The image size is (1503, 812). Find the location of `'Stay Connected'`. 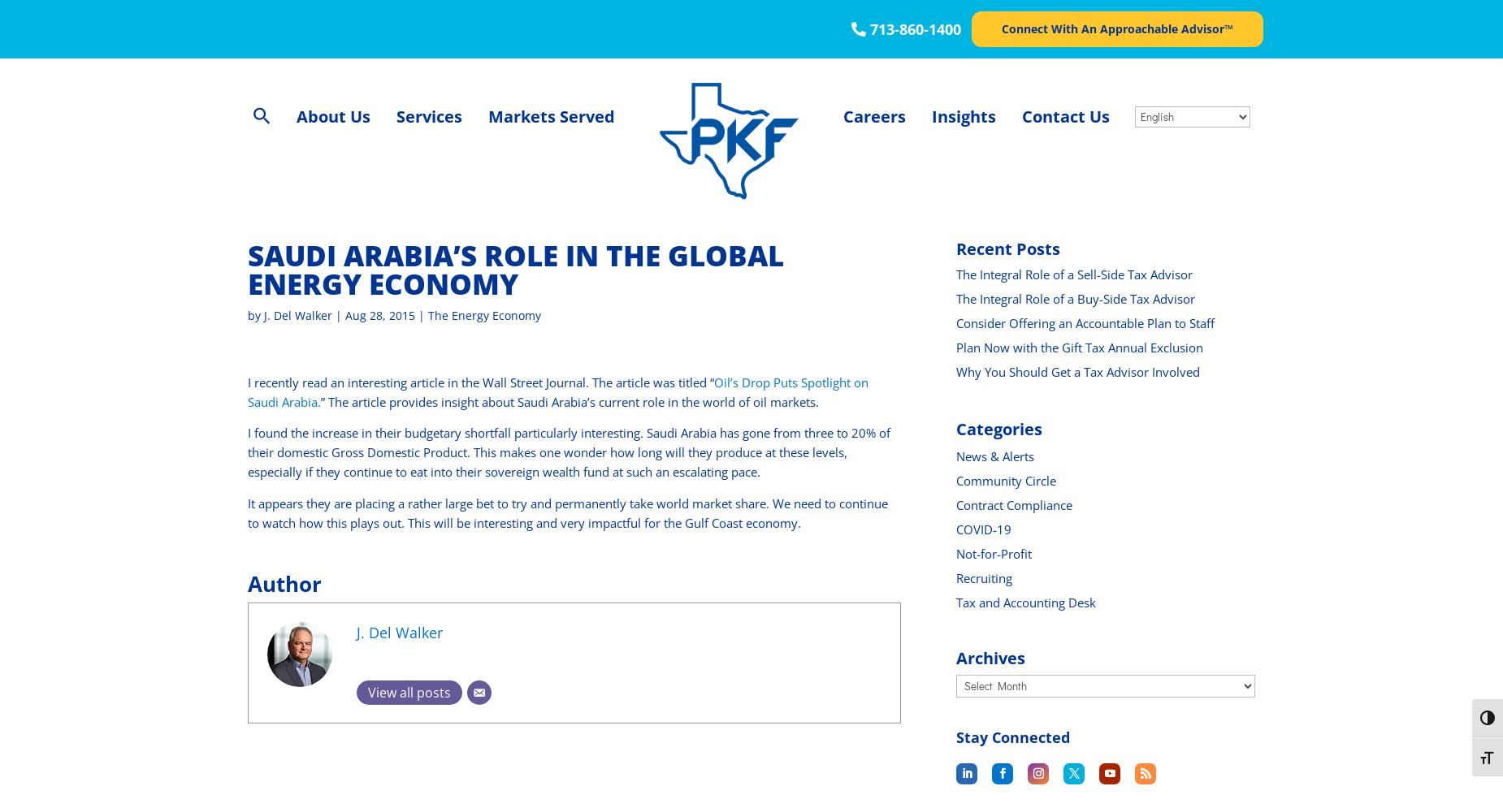

'Stay Connected' is located at coordinates (1012, 736).